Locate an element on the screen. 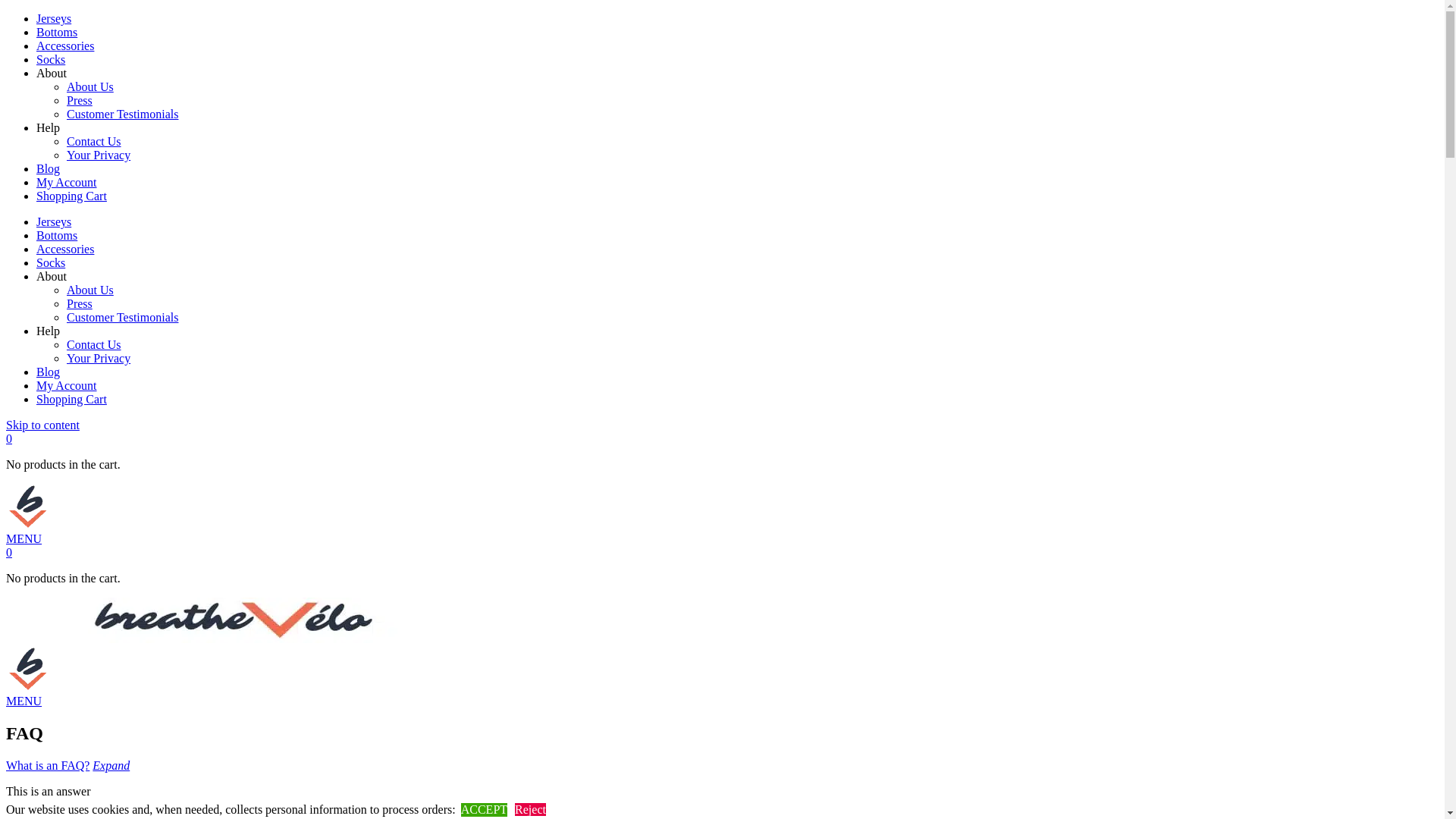  'Expand' is located at coordinates (110, 765).